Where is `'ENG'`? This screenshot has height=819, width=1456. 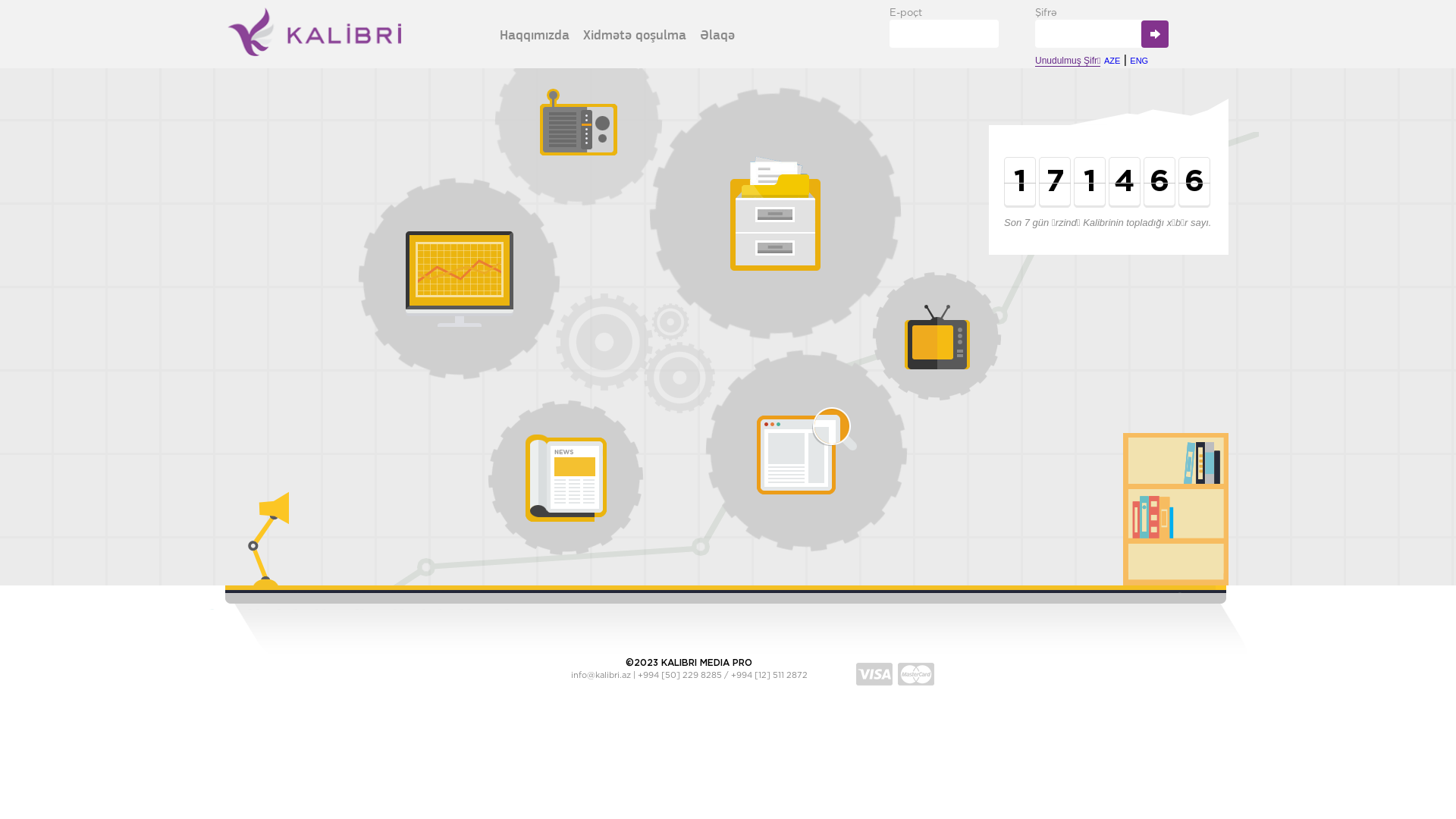
'ENG' is located at coordinates (1139, 60).